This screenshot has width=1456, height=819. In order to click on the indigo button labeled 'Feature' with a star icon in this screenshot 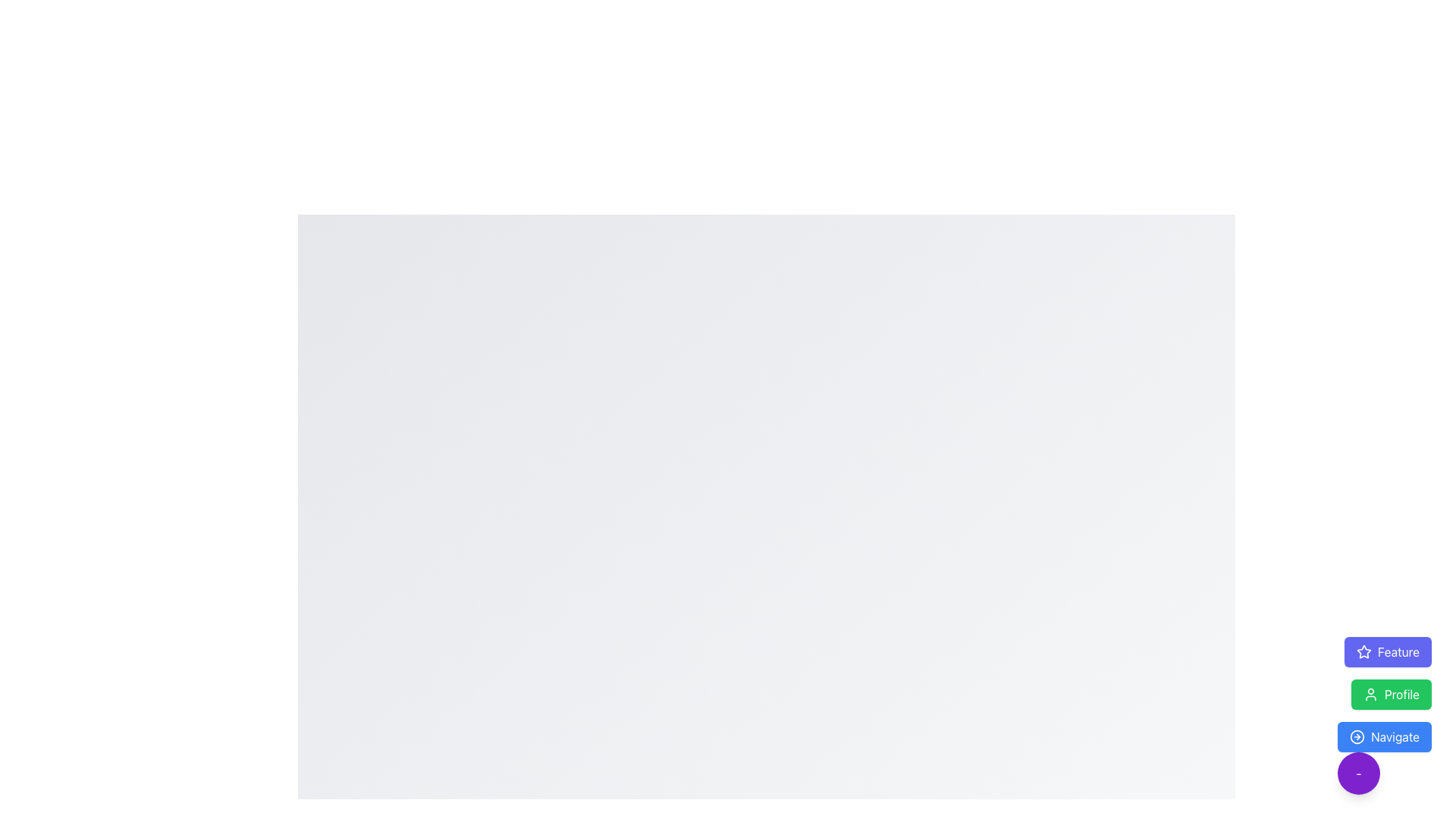, I will do `click(1388, 651)`.